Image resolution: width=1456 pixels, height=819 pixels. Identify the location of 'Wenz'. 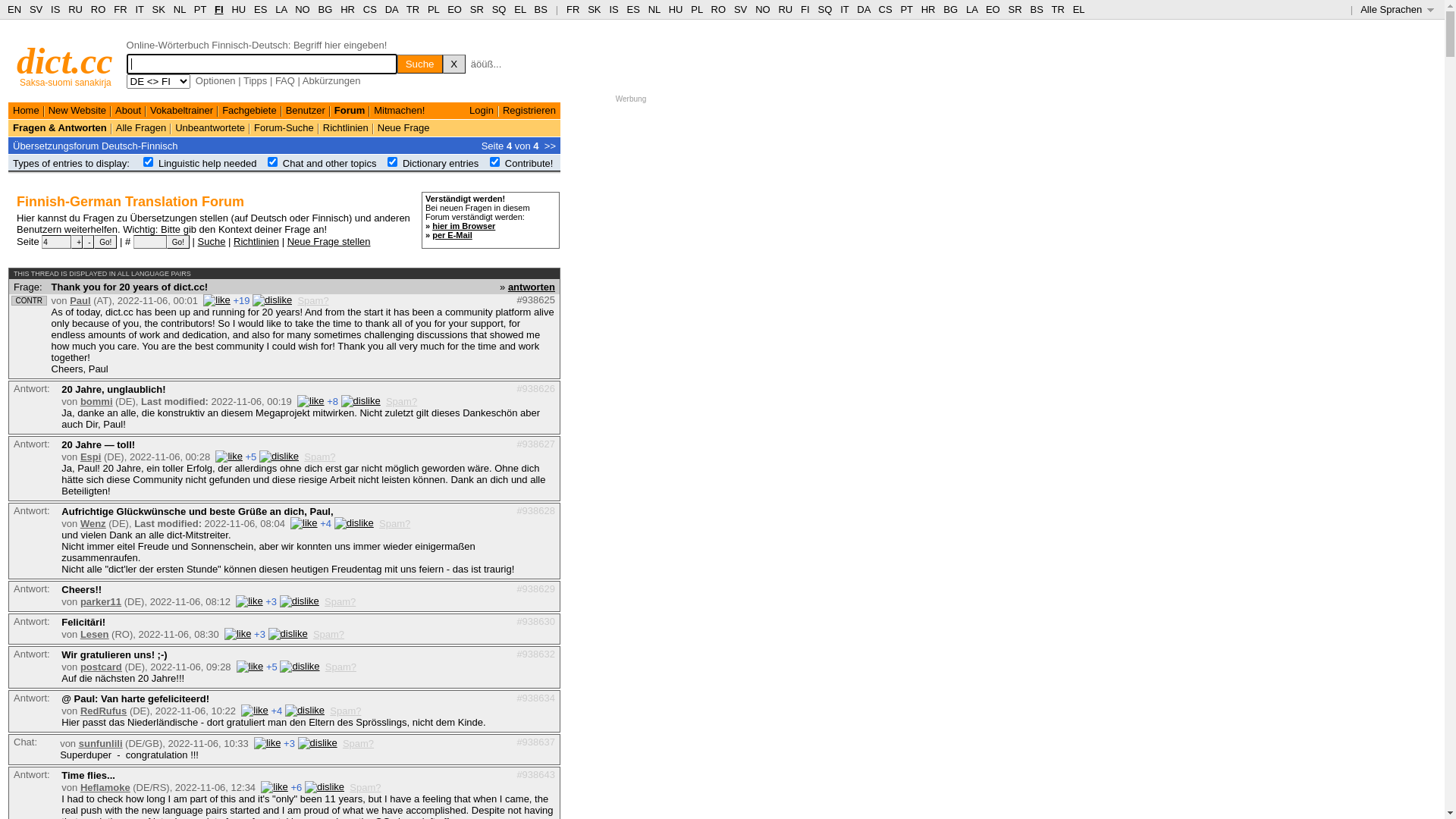
(93, 522).